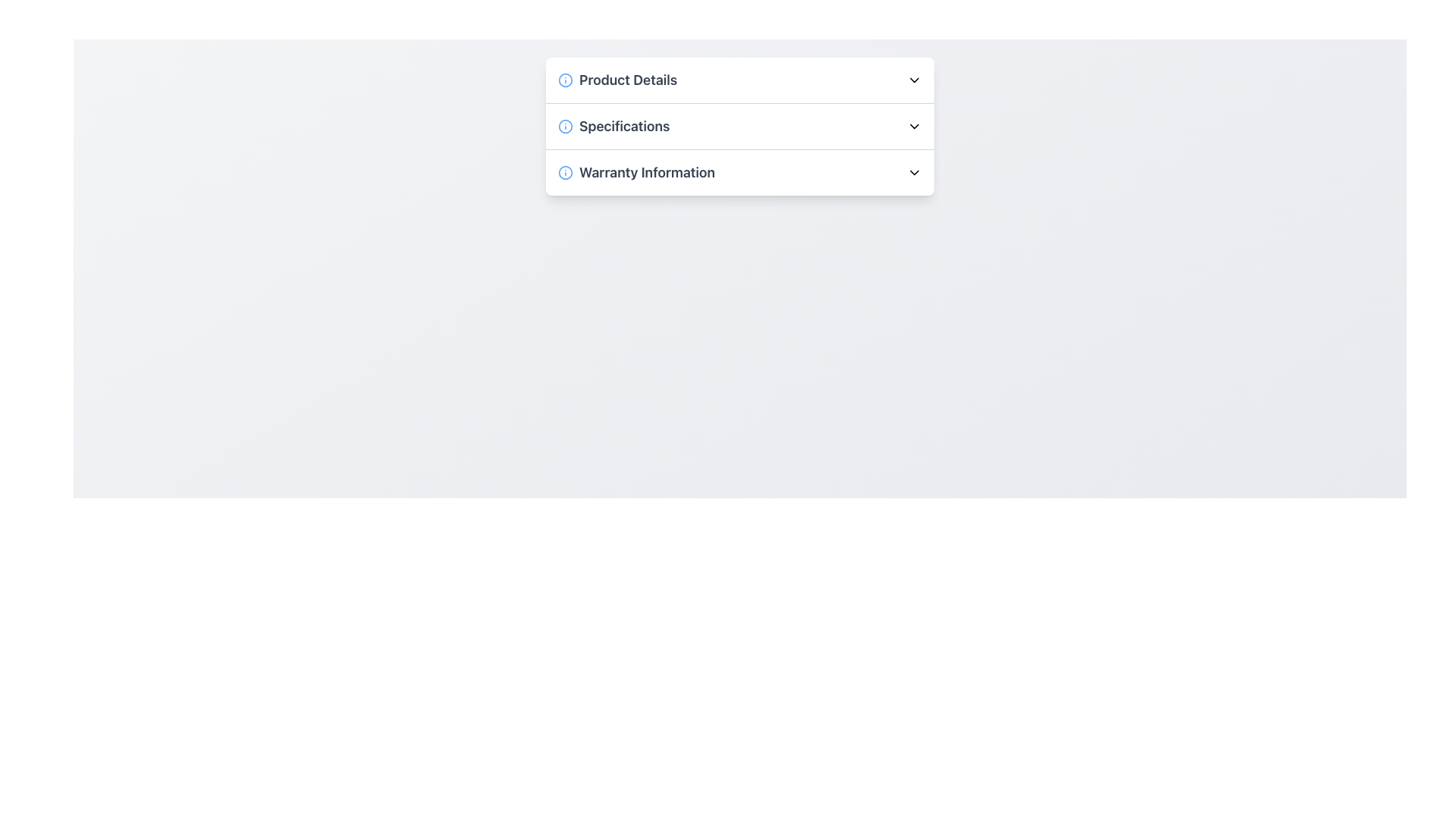  I want to click on the downward-facing chevron icon located to the right of the 'Warranty Information' text, so click(913, 171).